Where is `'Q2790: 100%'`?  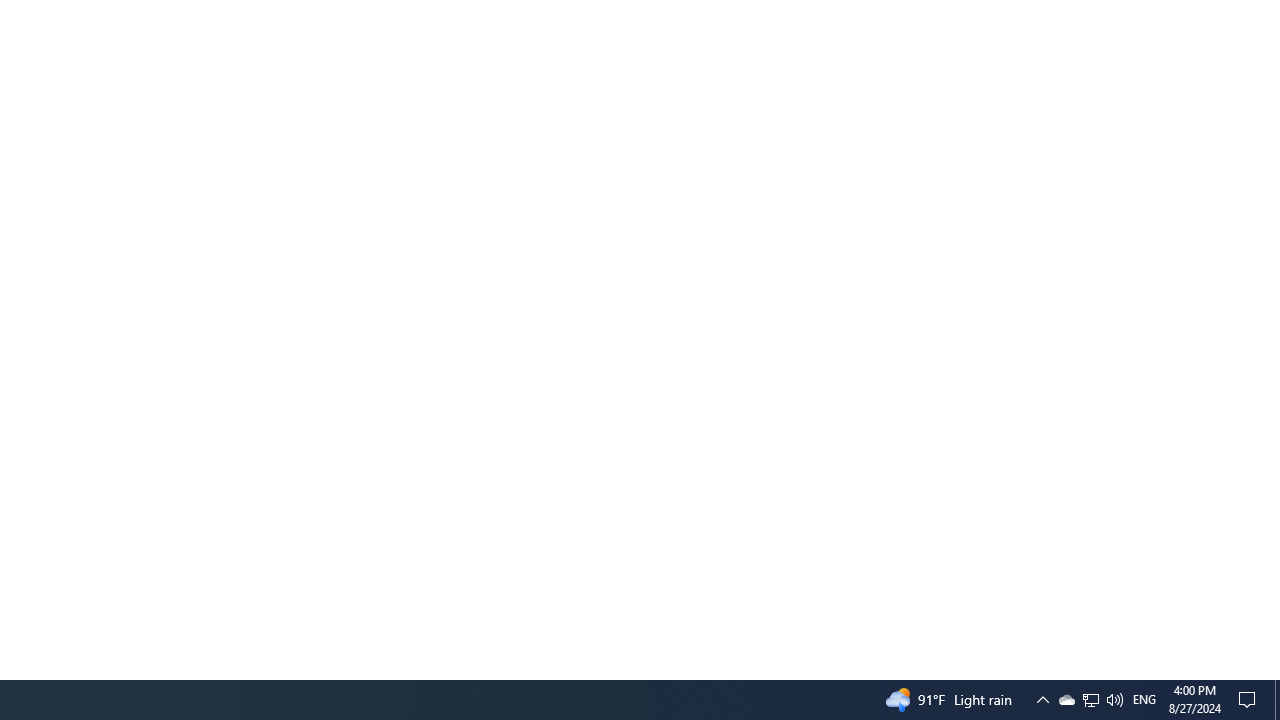 'Q2790: 100%' is located at coordinates (1113, 698).